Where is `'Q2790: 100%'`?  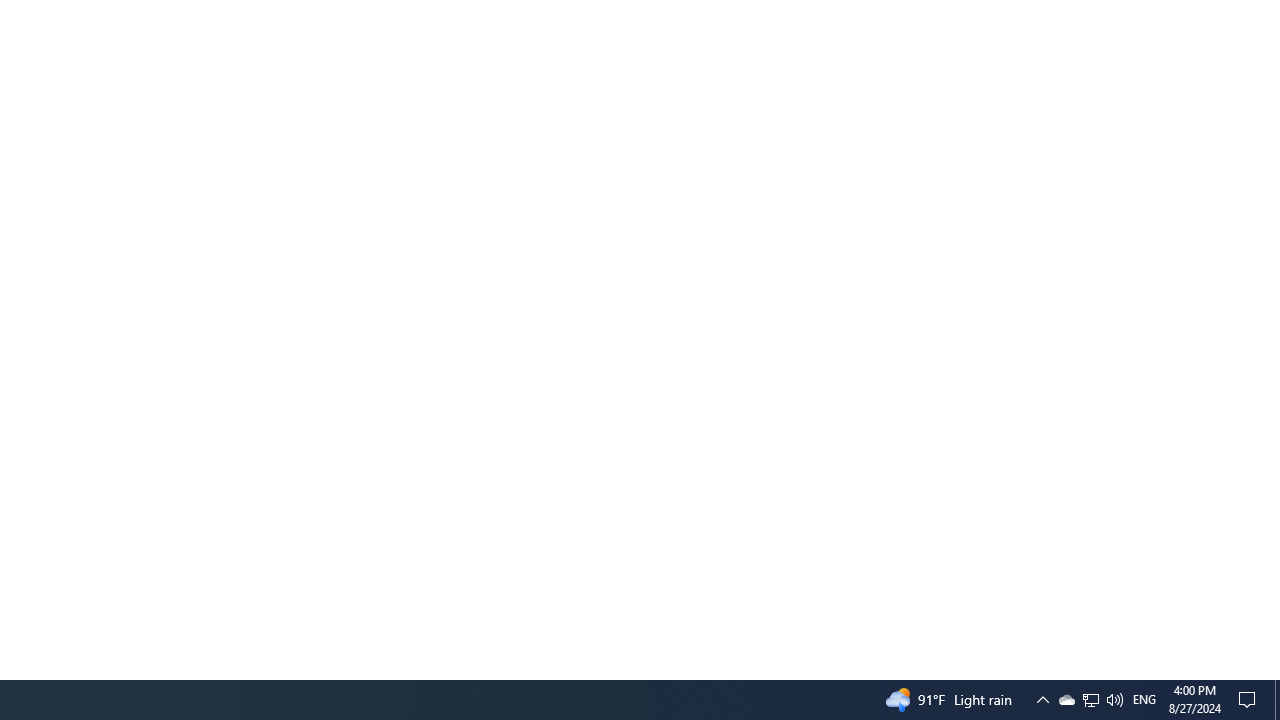 'Q2790: 100%' is located at coordinates (1113, 698).